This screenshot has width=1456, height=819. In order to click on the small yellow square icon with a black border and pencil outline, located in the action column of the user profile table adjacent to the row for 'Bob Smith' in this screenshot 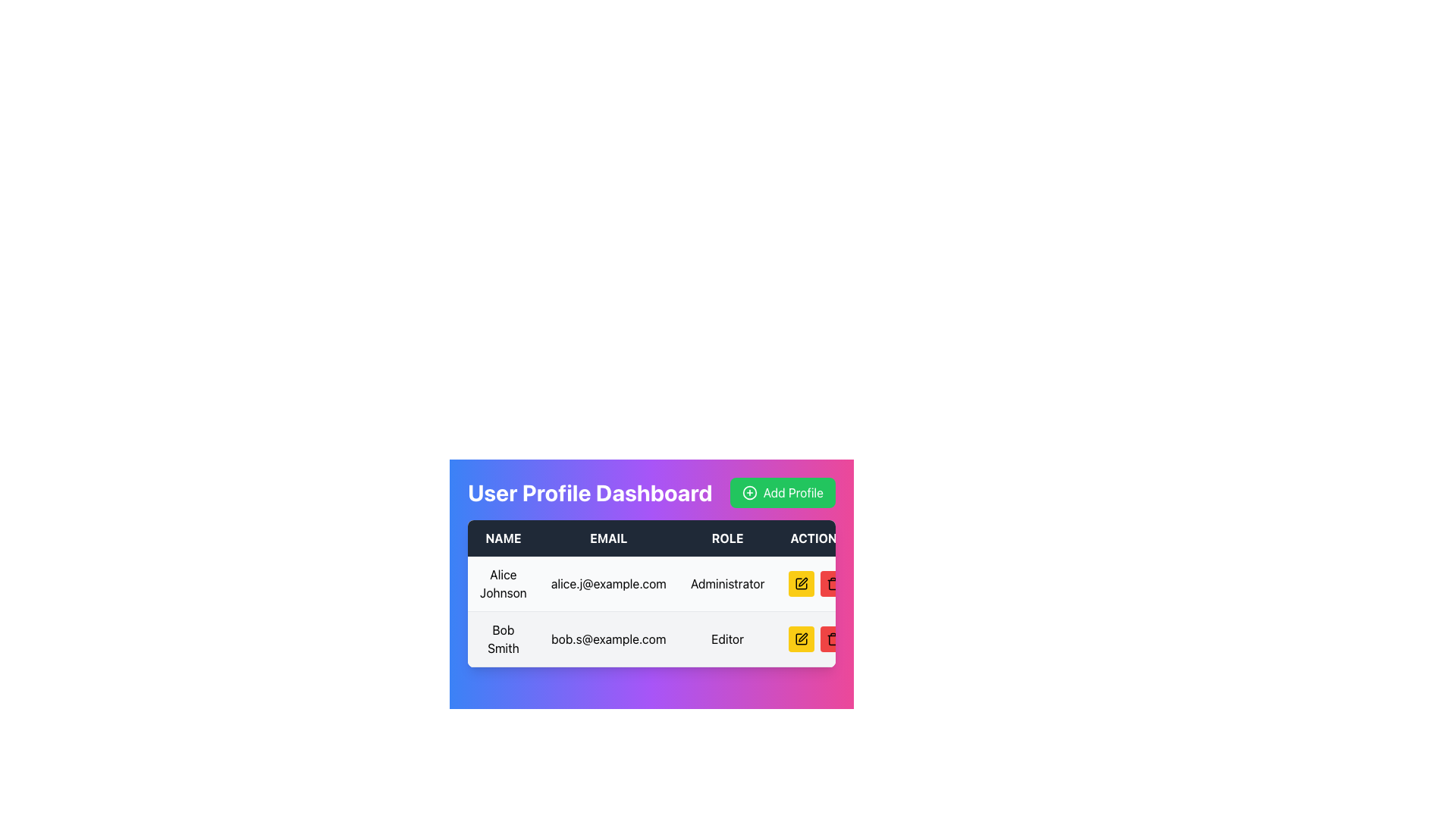, I will do `click(801, 639)`.